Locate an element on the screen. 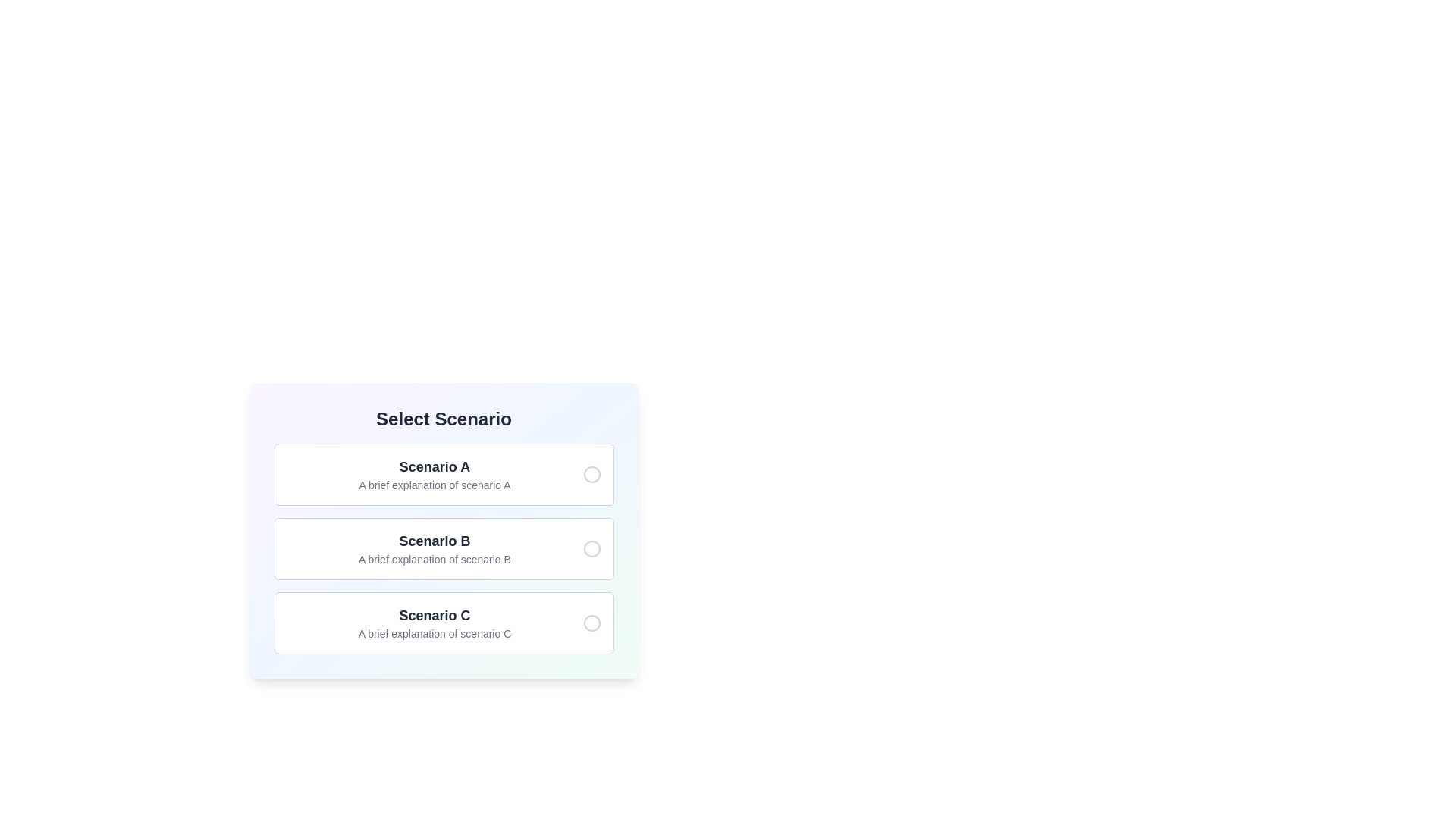  the 'Scenario B' text label, which is styled in bold dark gray and serves as the header for the second option in the 'Select Scenario' list is located at coordinates (434, 540).